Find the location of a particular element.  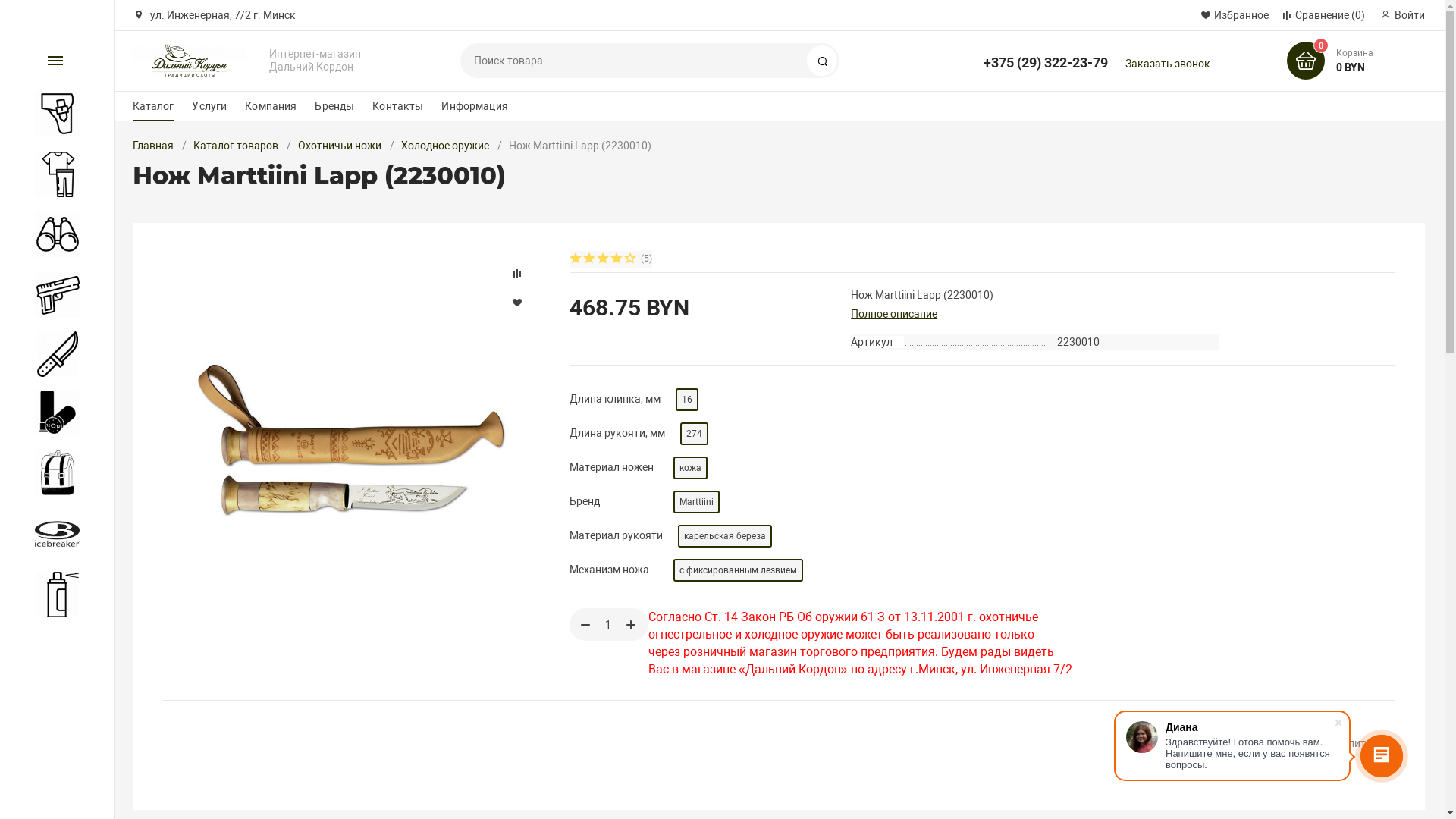

'2' is located at coordinates (588, 259).